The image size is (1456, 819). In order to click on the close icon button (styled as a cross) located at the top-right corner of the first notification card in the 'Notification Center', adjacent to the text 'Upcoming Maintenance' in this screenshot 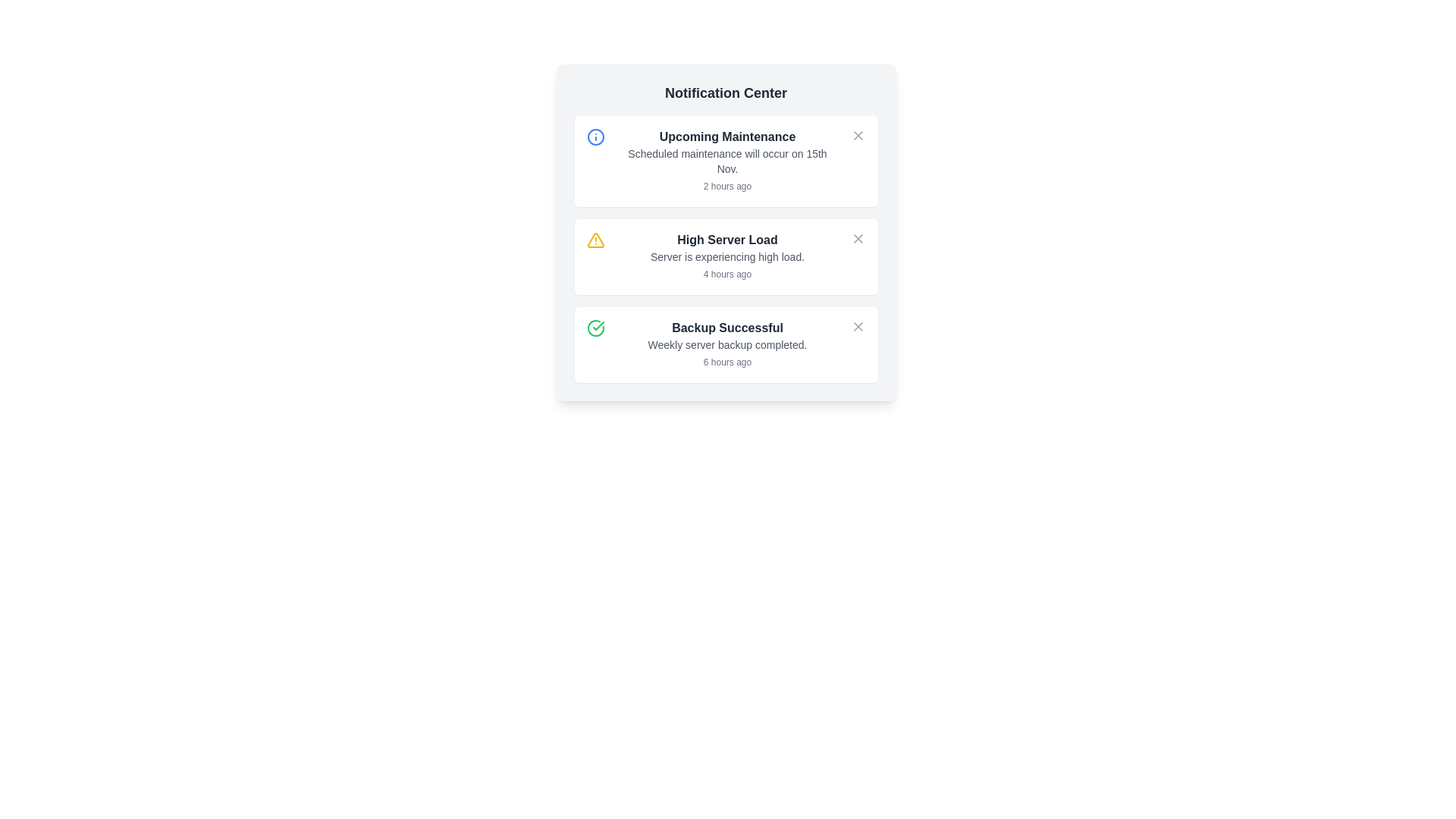, I will do `click(858, 134)`.